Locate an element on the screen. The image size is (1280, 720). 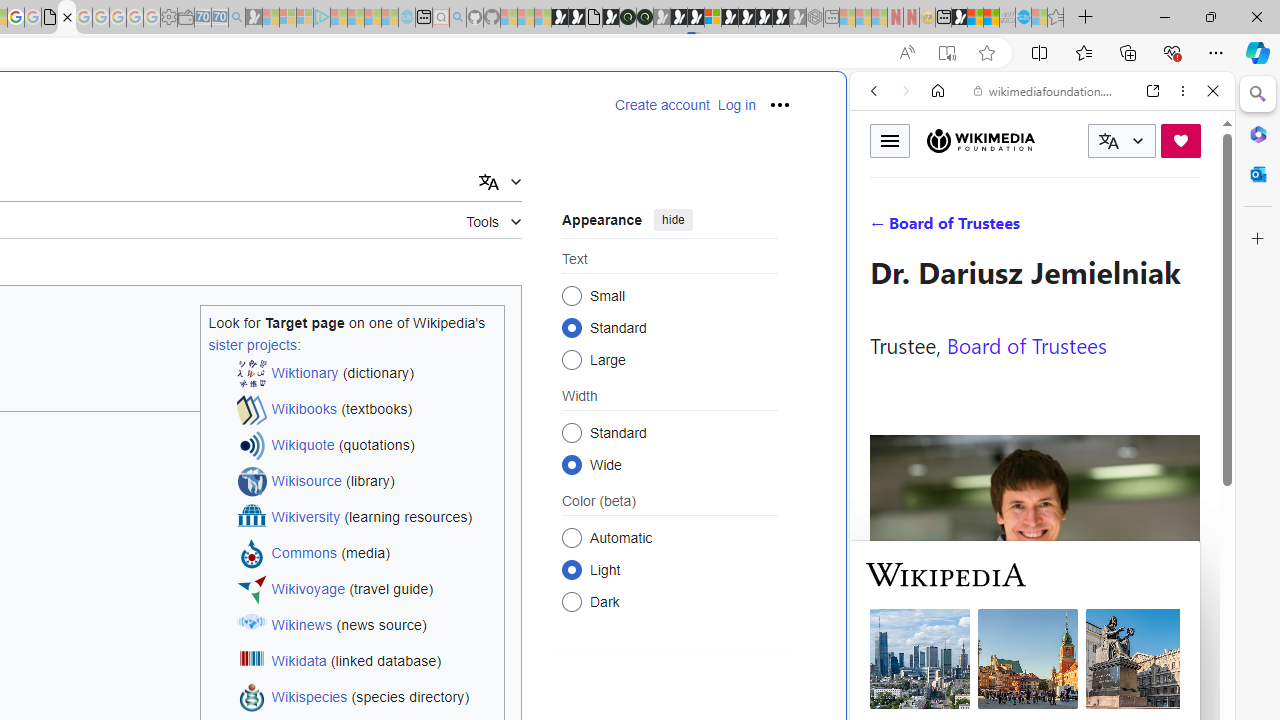
'Wikispecies (species directory)' is located at coordinates (366, 697).